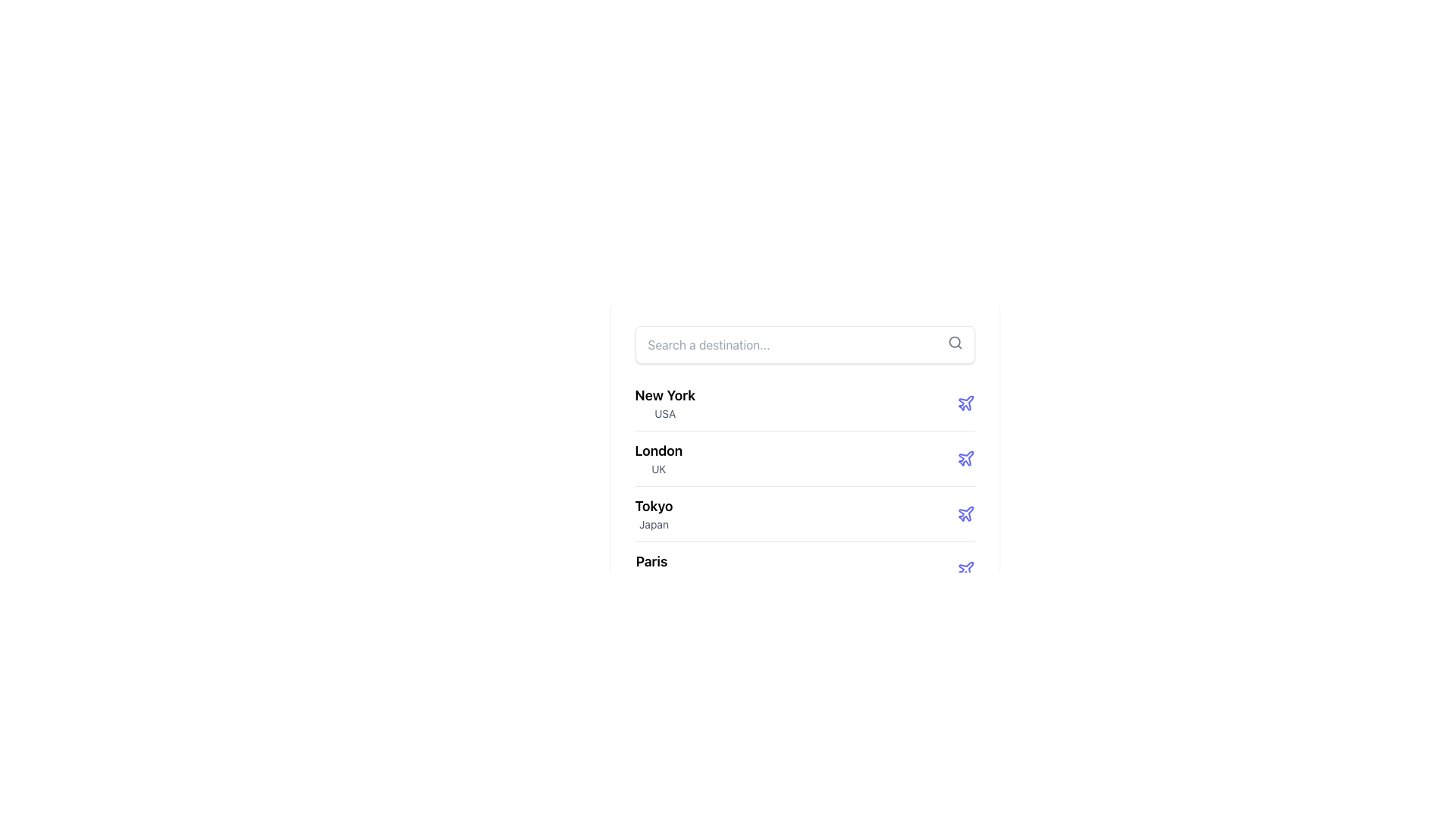  What do you see at coordinates (804, 569) in the screenshot?
I see `the list item displaying 'Paris' in bold font with the subtitle 'France'` at bounding box center [804, 569].